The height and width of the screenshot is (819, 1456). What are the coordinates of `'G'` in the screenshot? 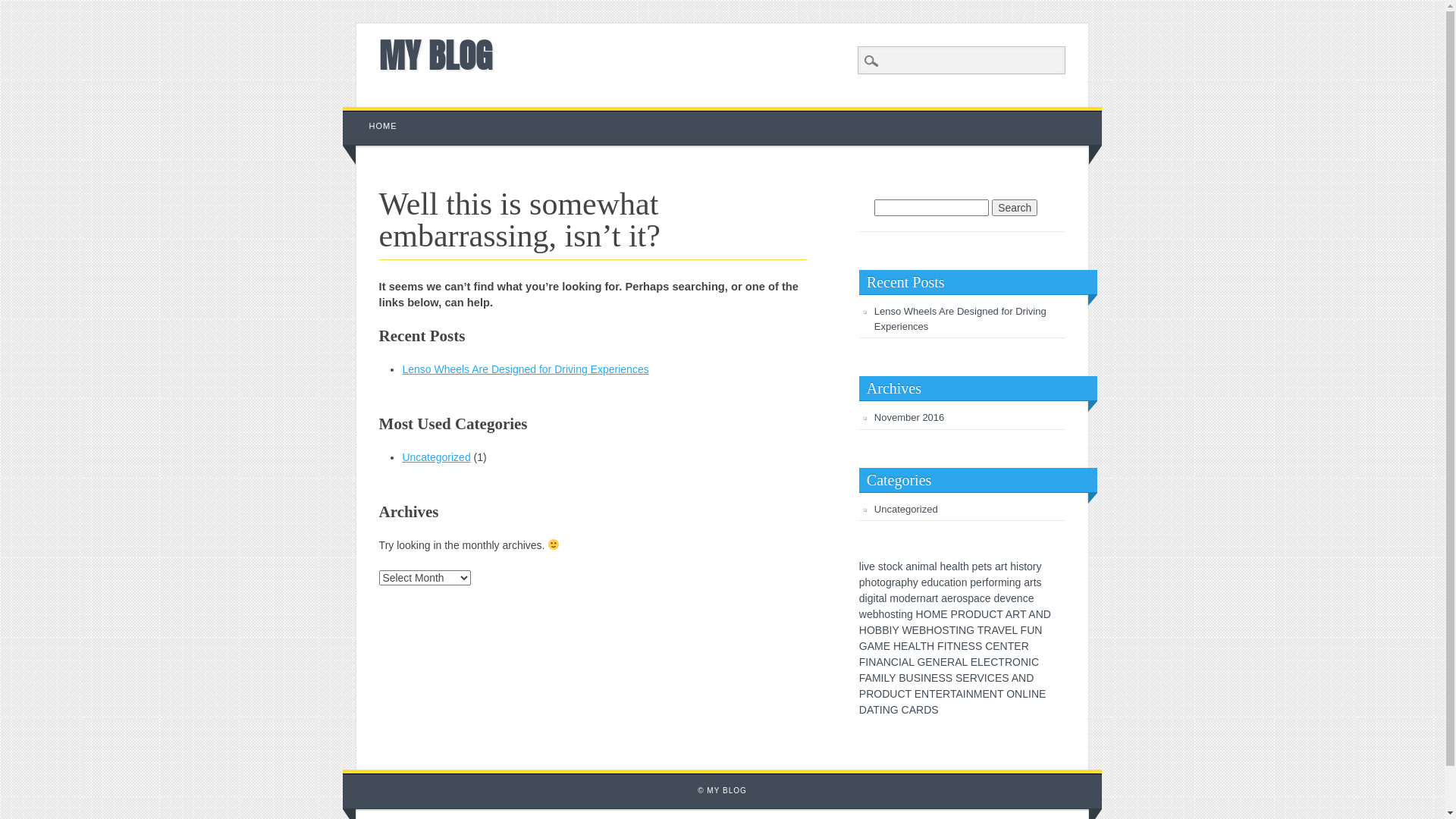 It's located at (969, 629).